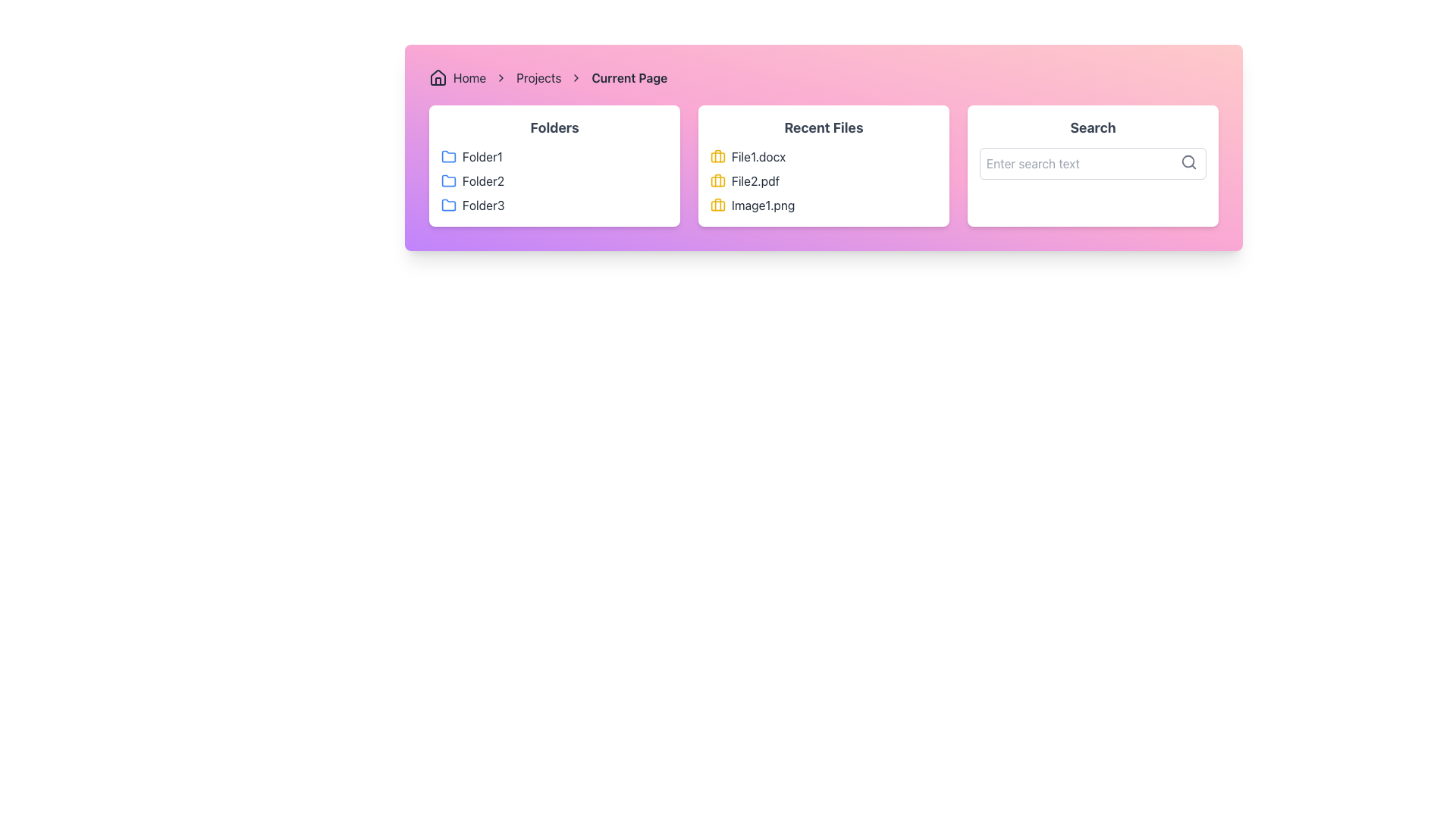 The height and width of the screenshot is (819, 1456). I want to click on the third folder icon in the 'Folders' section, which is represented as a blue rounded rectangular vector folder icon, so click(447, 205).